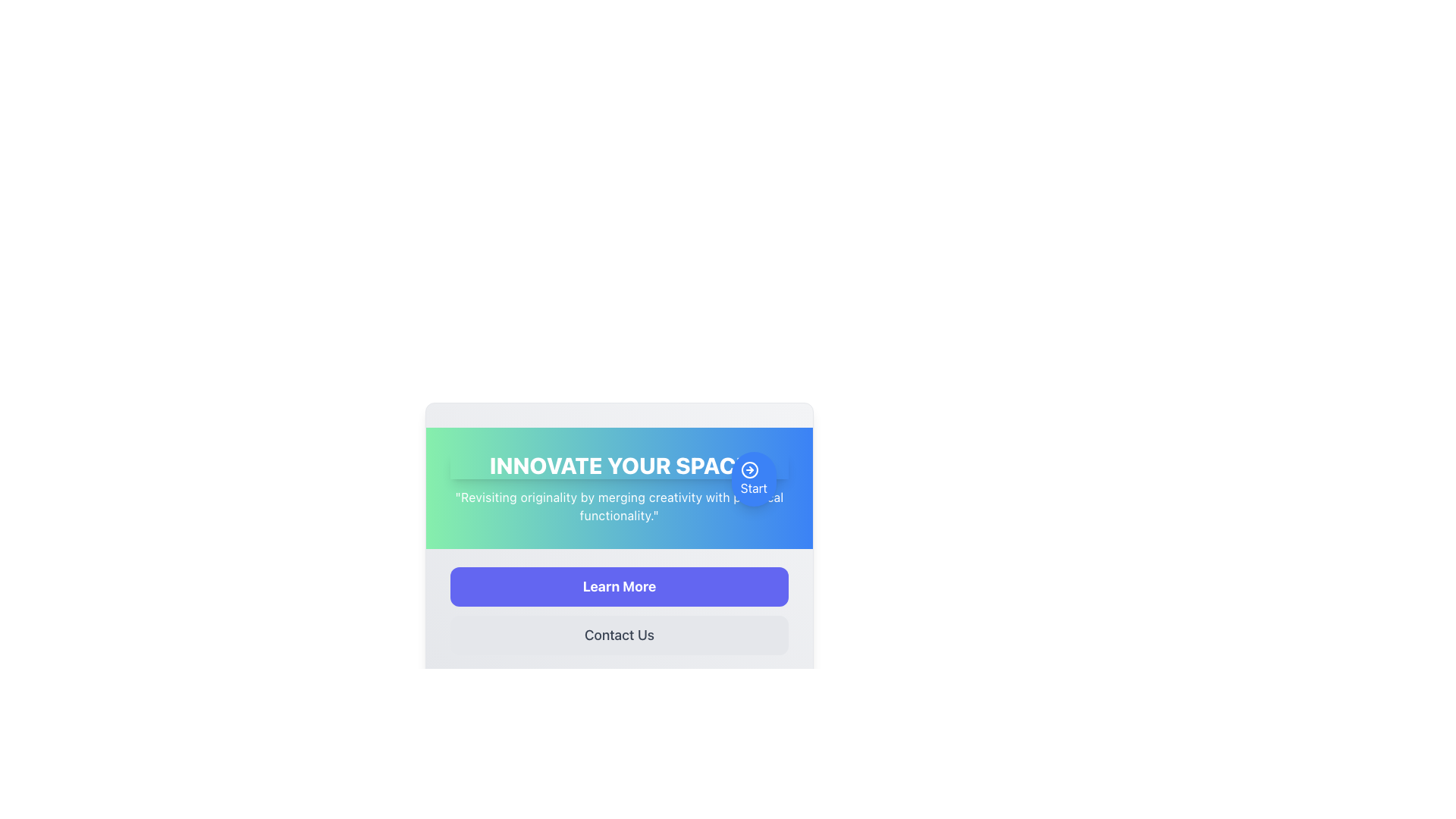 The image size is (1456, 819). Describe the element at coordinates (619, 635) in the screenshot. I see `the 'Contact Us' button, which is a rectangular button with rounded corners and dark gray text on a light gray background, positioned below the 'Learn More' button` at that location.